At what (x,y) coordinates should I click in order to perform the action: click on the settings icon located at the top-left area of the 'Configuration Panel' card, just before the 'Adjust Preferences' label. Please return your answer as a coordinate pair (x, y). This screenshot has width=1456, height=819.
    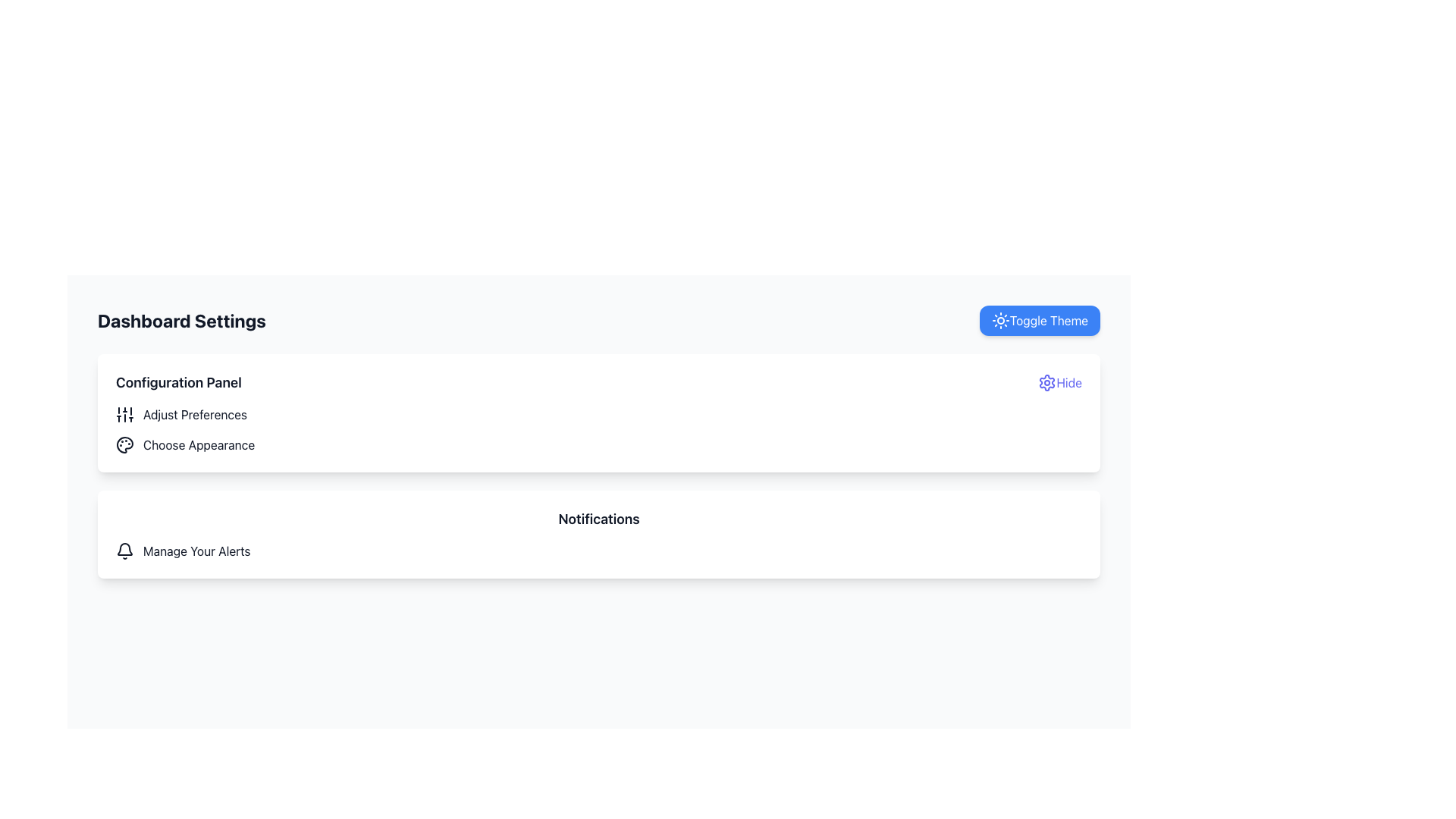
    Looking at the image, I should click on (124, 415).